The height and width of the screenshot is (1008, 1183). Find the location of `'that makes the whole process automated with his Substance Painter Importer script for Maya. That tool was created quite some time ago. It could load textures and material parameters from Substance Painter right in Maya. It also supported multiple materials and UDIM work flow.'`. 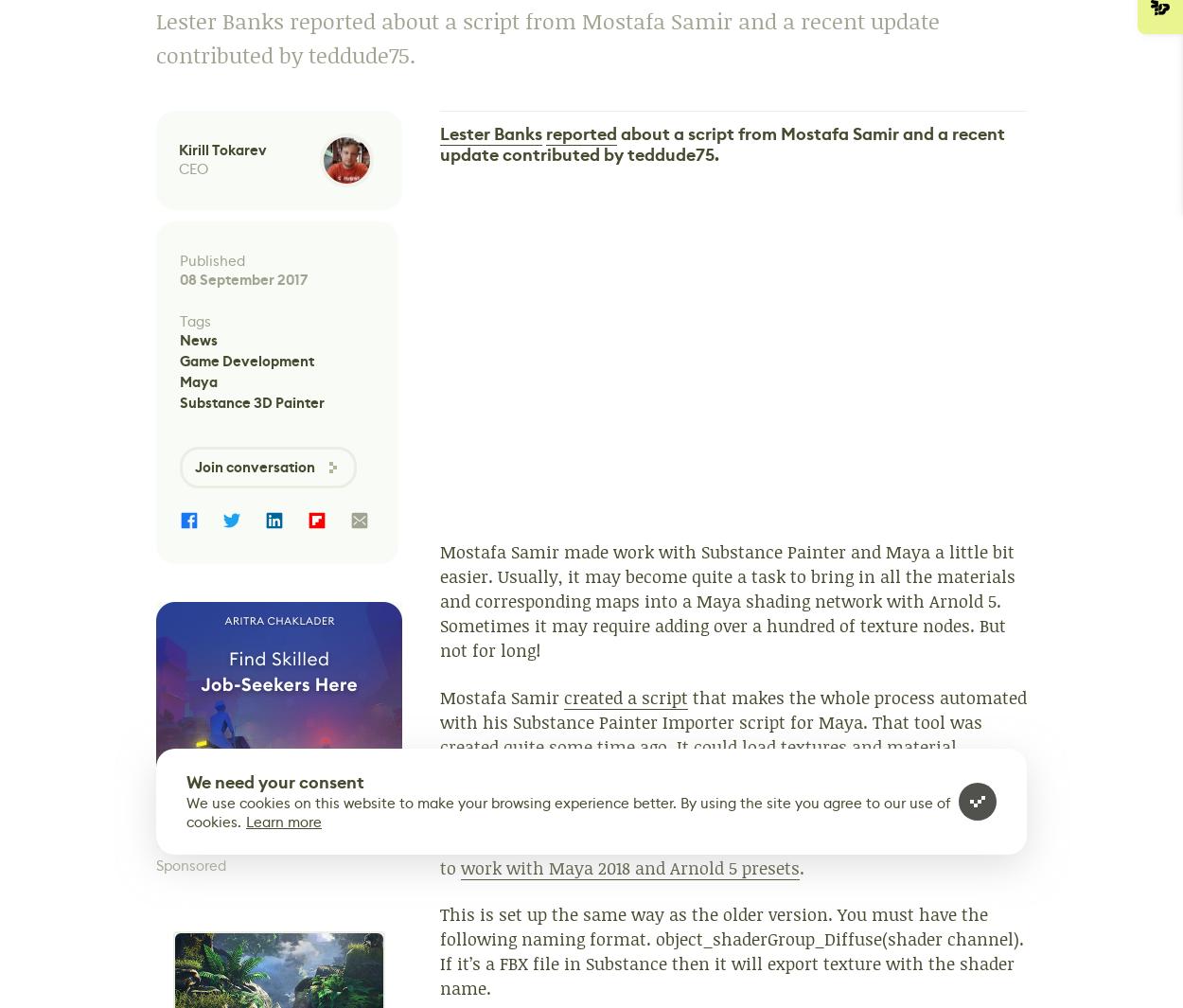

'that makes the whole process automated with his Substance Painter Importer script for Maya. That tool was created quite some time ago. It could load textures and material parameters from Substance Painter right in Maya. It also supported multiple materials and UDIM work flow.' is located at coordinates (733, 746).